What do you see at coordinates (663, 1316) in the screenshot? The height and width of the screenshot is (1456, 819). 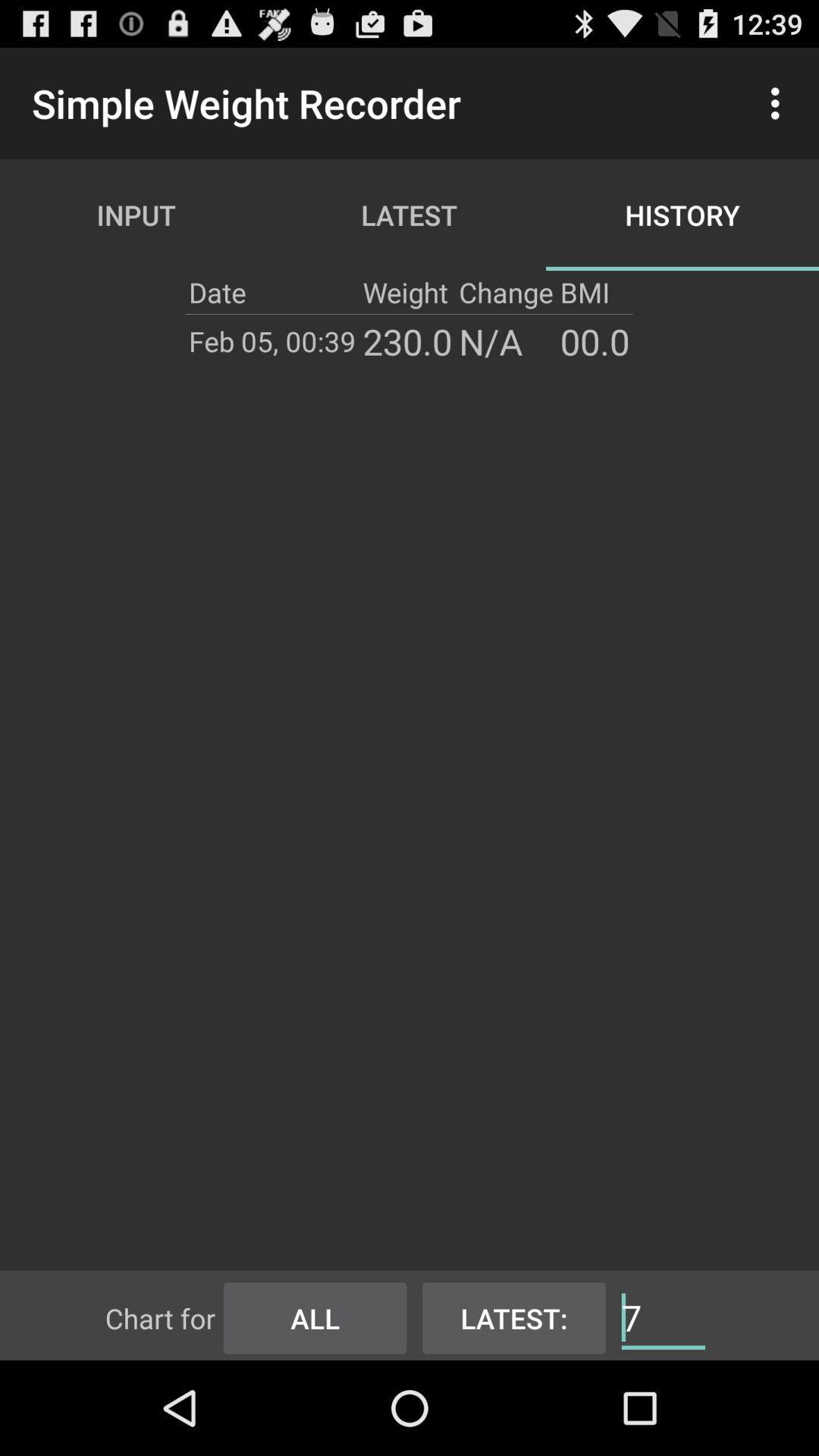 I see `the field which says 7` at bounding box center [663, 1316].